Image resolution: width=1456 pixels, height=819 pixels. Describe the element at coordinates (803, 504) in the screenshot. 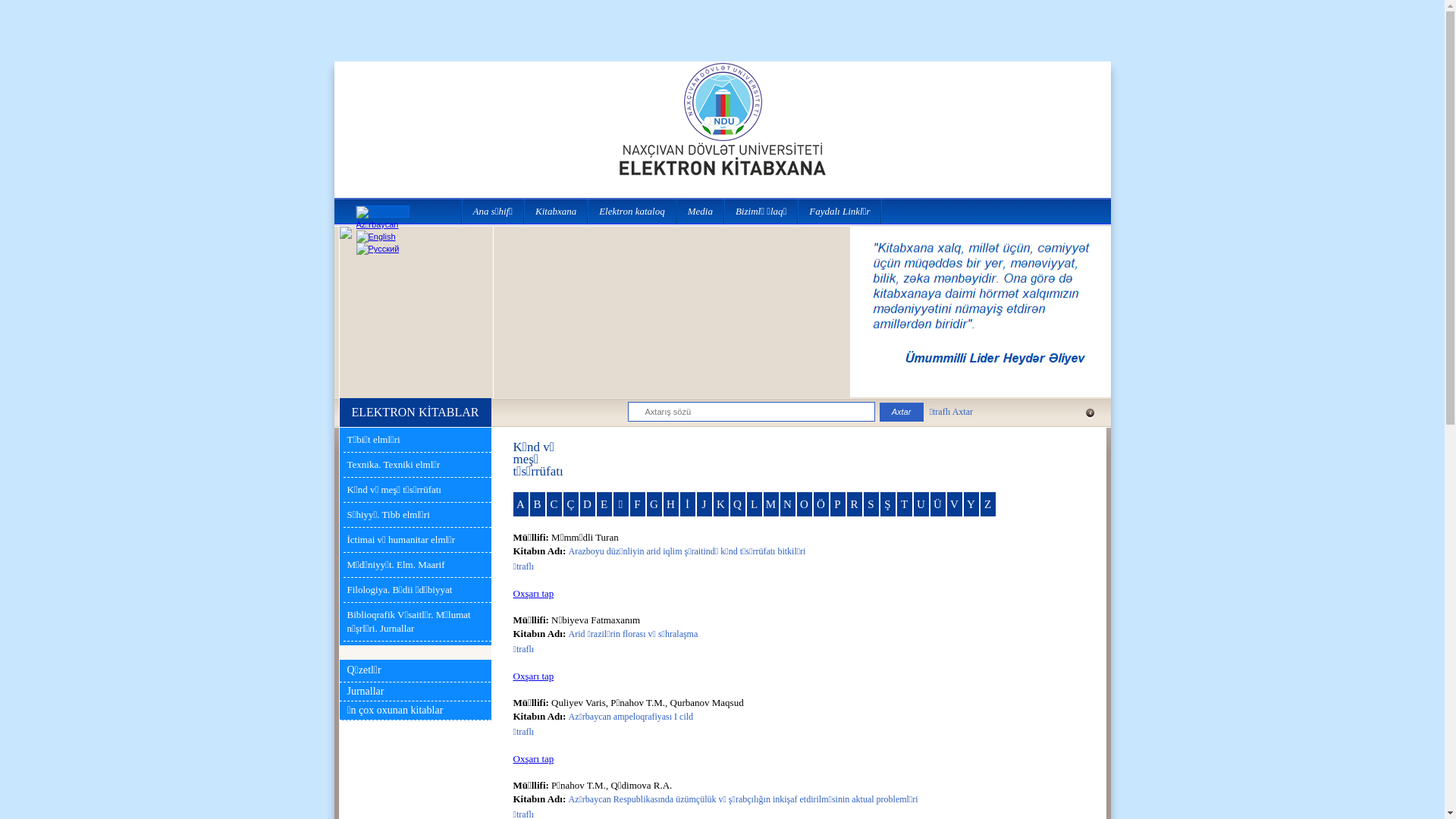

I see `'O'` at that location.